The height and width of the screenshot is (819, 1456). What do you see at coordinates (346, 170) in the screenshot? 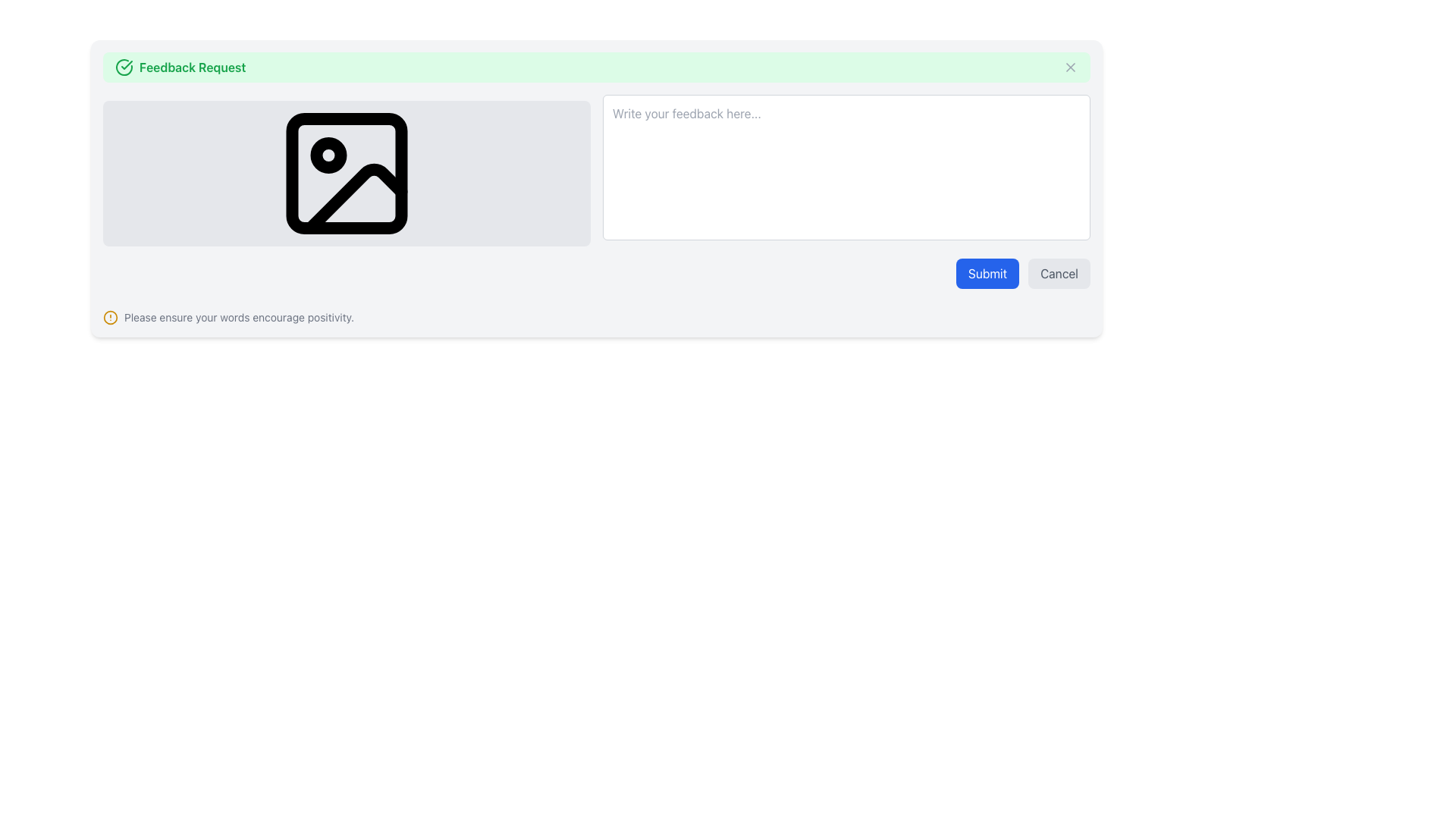
I see `the graphic icon or placeholder located in the first column of the grid layout` at bounding box center [346, 170].